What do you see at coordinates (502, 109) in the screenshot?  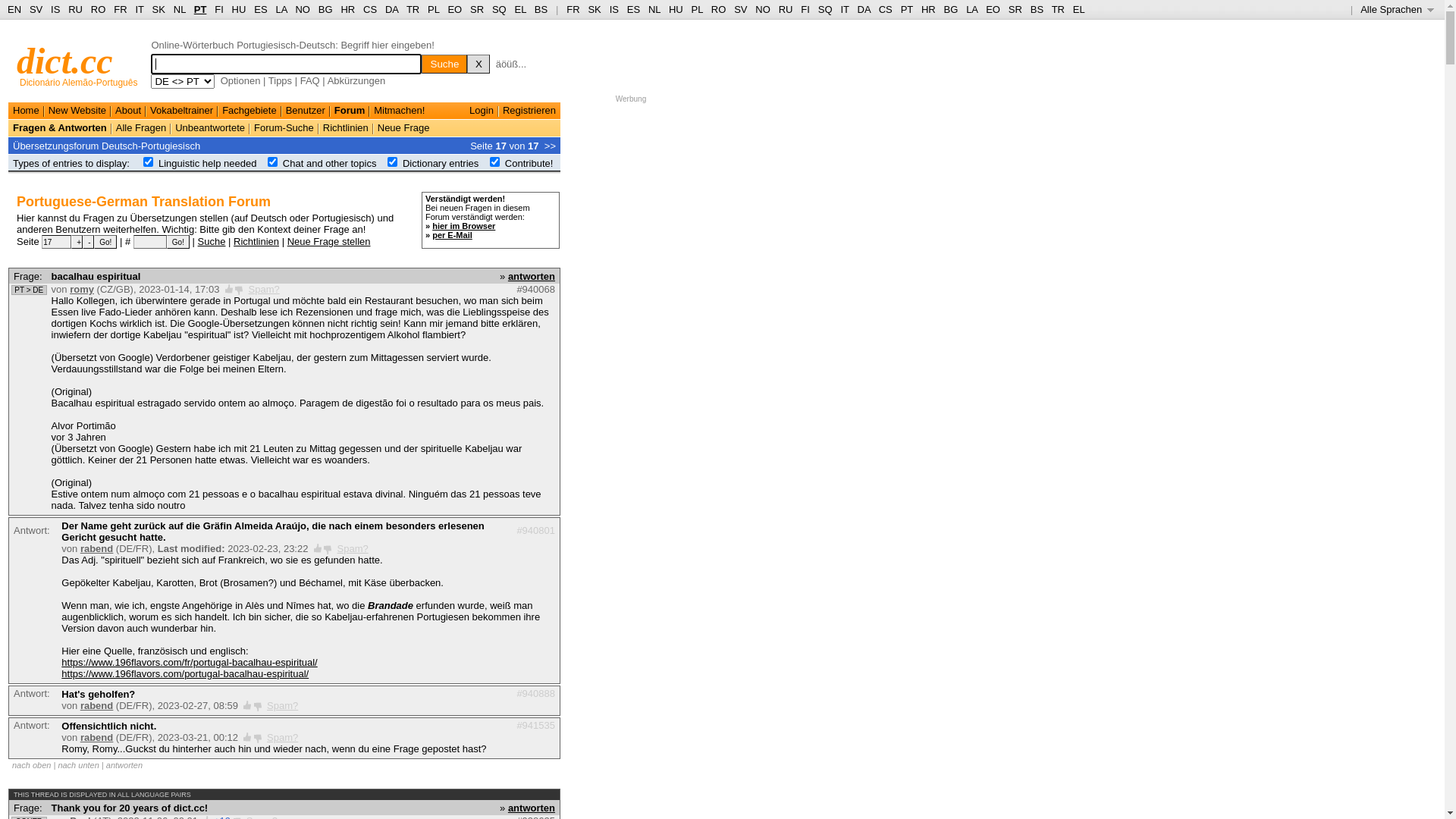 I see `'Registrieren'` at bounding box center [502, 109].